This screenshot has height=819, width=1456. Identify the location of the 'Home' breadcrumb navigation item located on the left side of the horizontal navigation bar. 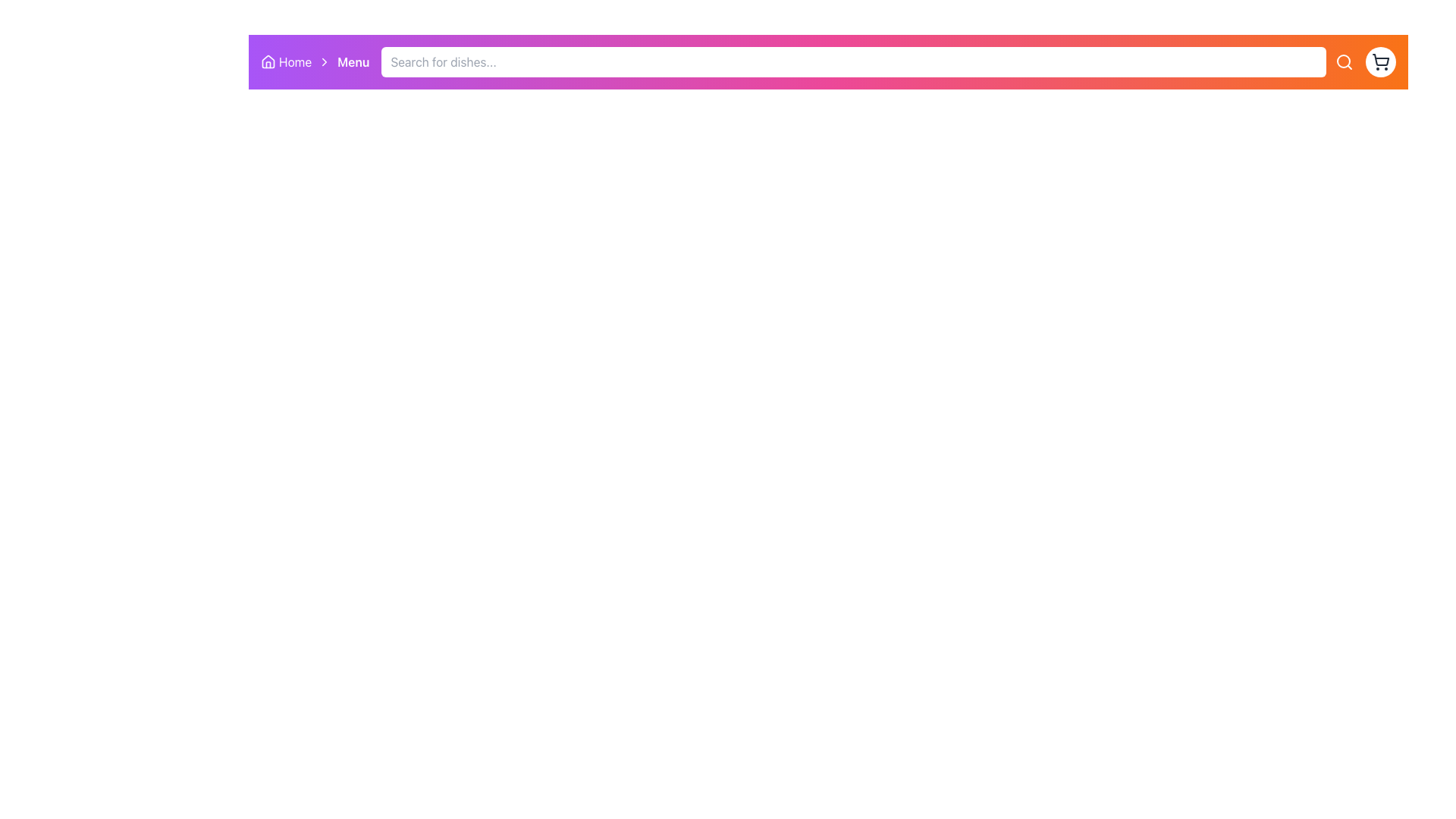
(314, 61).